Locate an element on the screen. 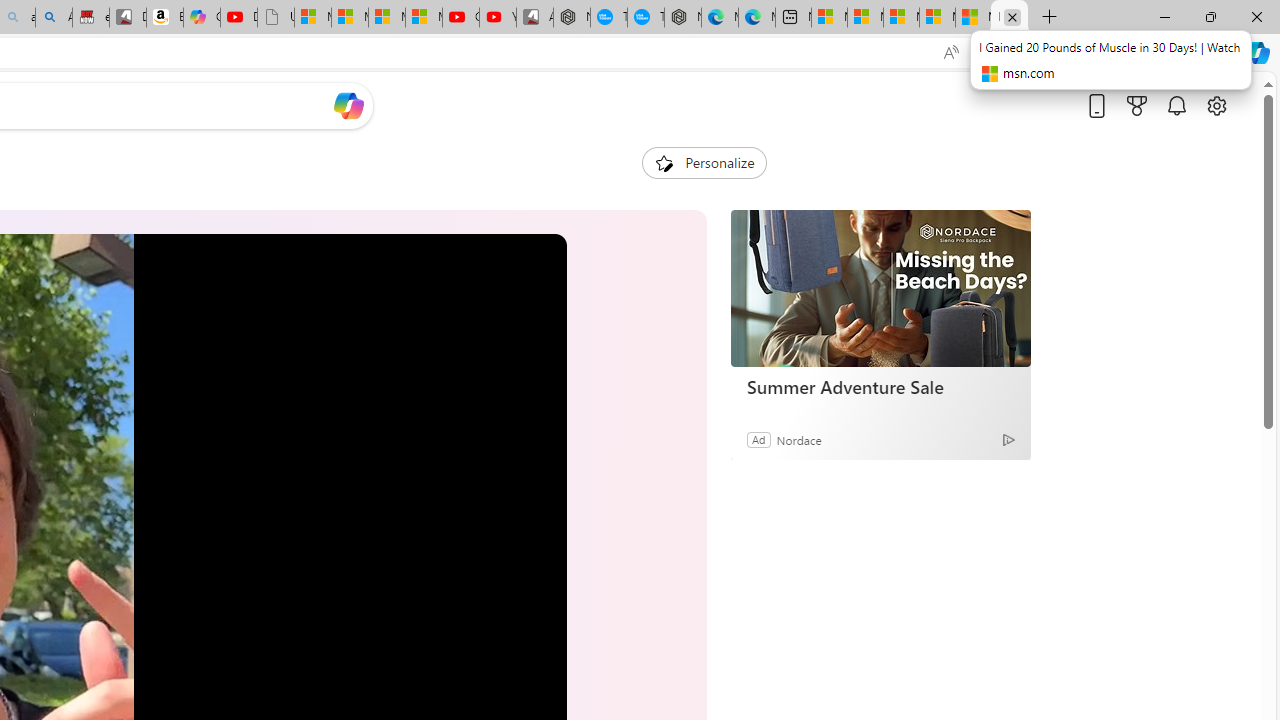 The width and height of the screenshot is (1280, 720). 'Notifications' is located at coordinates (1176, 105).